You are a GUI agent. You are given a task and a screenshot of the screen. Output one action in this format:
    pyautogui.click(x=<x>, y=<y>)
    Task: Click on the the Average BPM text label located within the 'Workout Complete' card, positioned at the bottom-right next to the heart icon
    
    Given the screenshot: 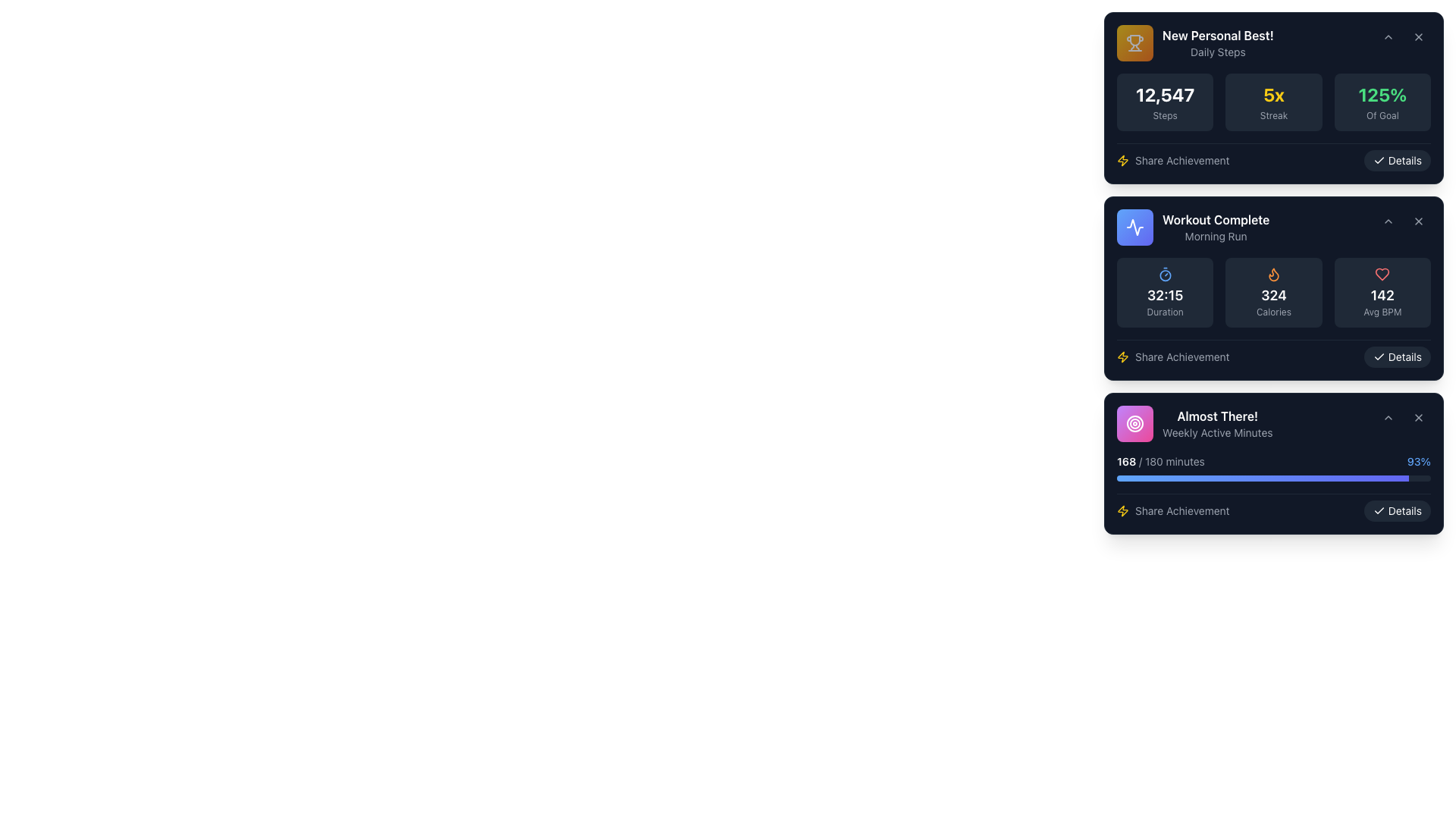 What is the action you would take?
    pyautogui.click(x=1382, y=295)
    